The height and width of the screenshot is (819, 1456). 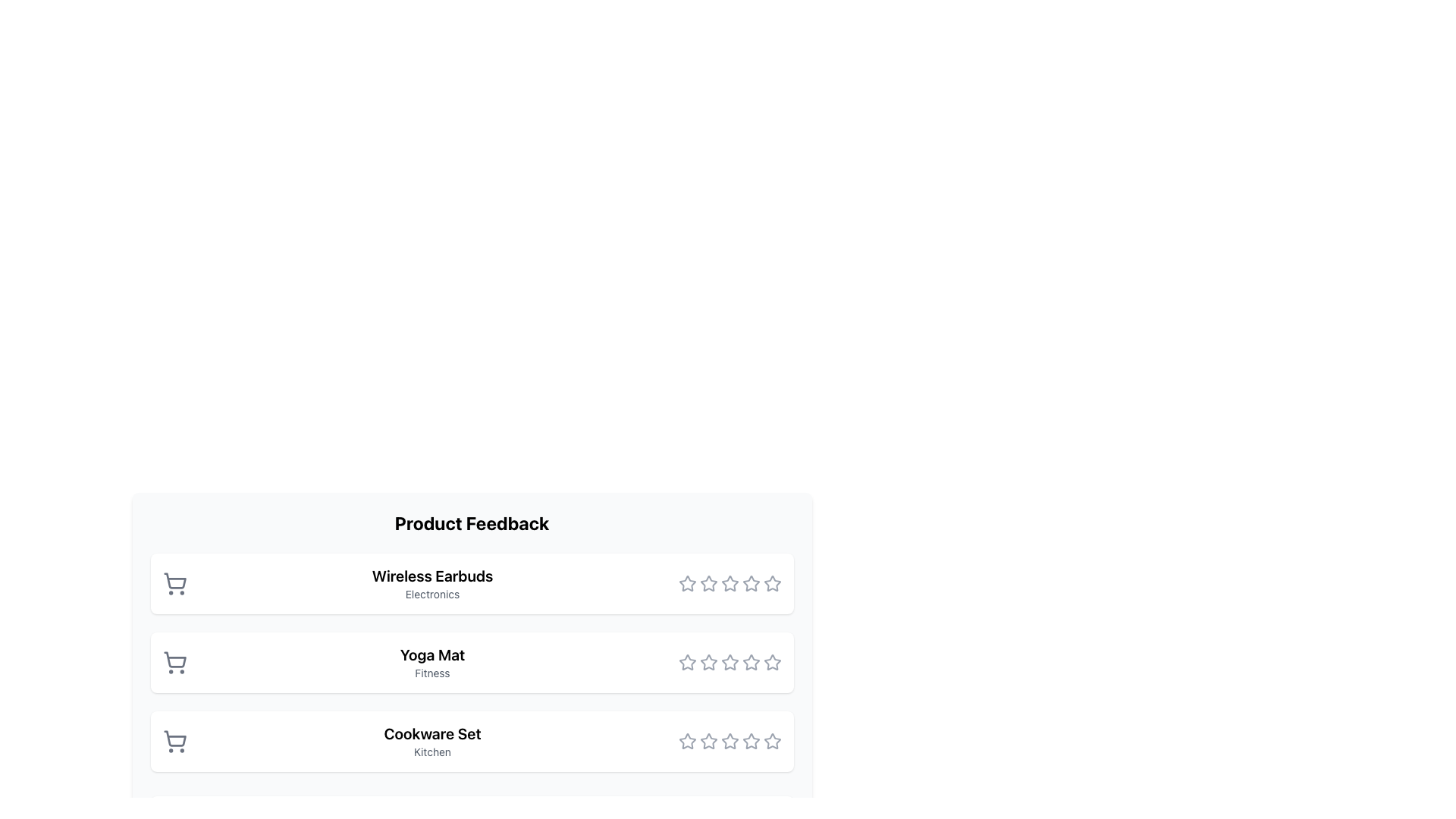 I want to click on the fourth star-shaped icon in the feedback section labeled 'Yoga Mat', so click(x=730, y=662).